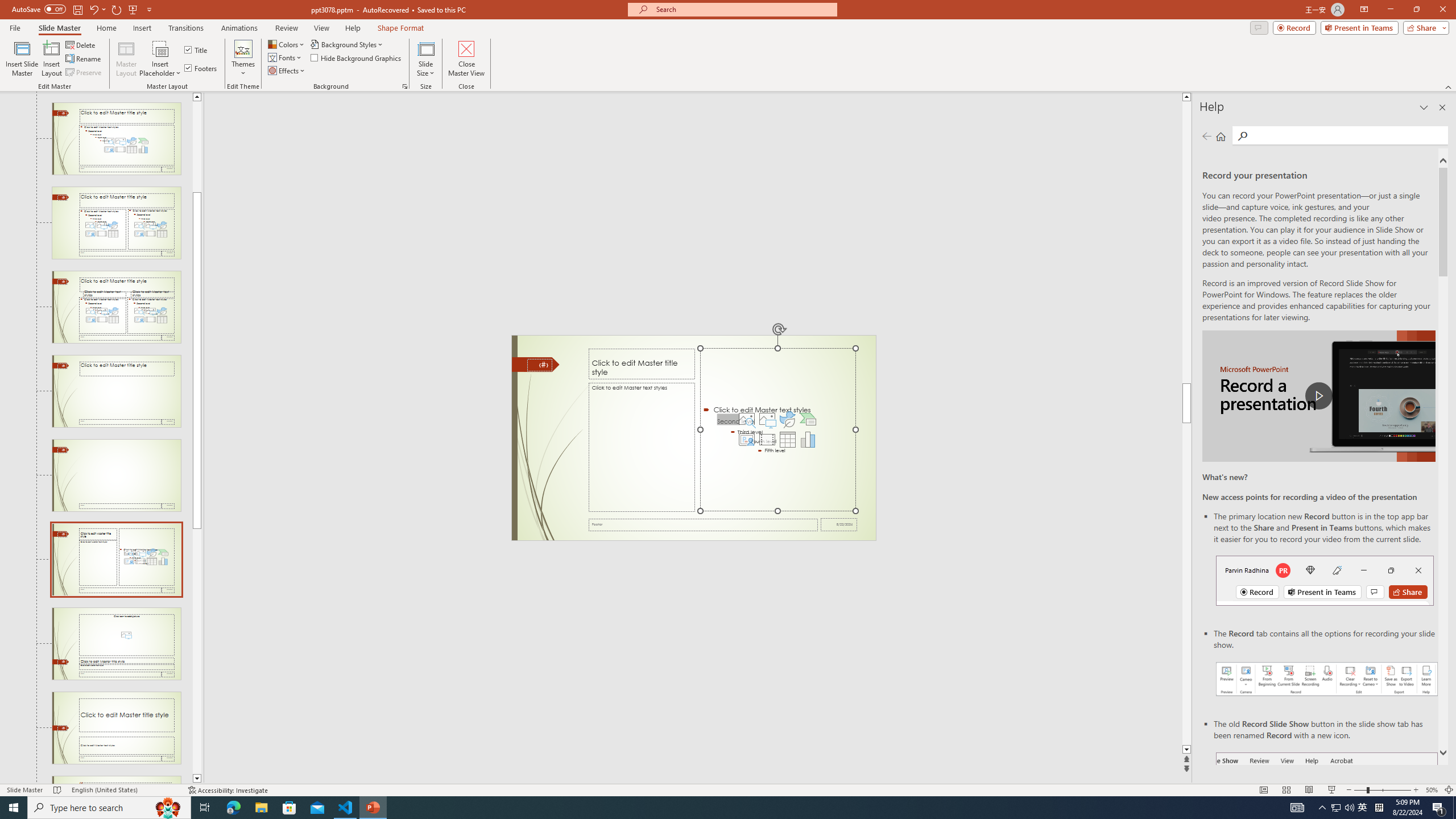 The height and width of the screenshot is (819, 1456). Describe the element at coordinates (1347, 135) in the screenshot. I see `'Search'` at that location.